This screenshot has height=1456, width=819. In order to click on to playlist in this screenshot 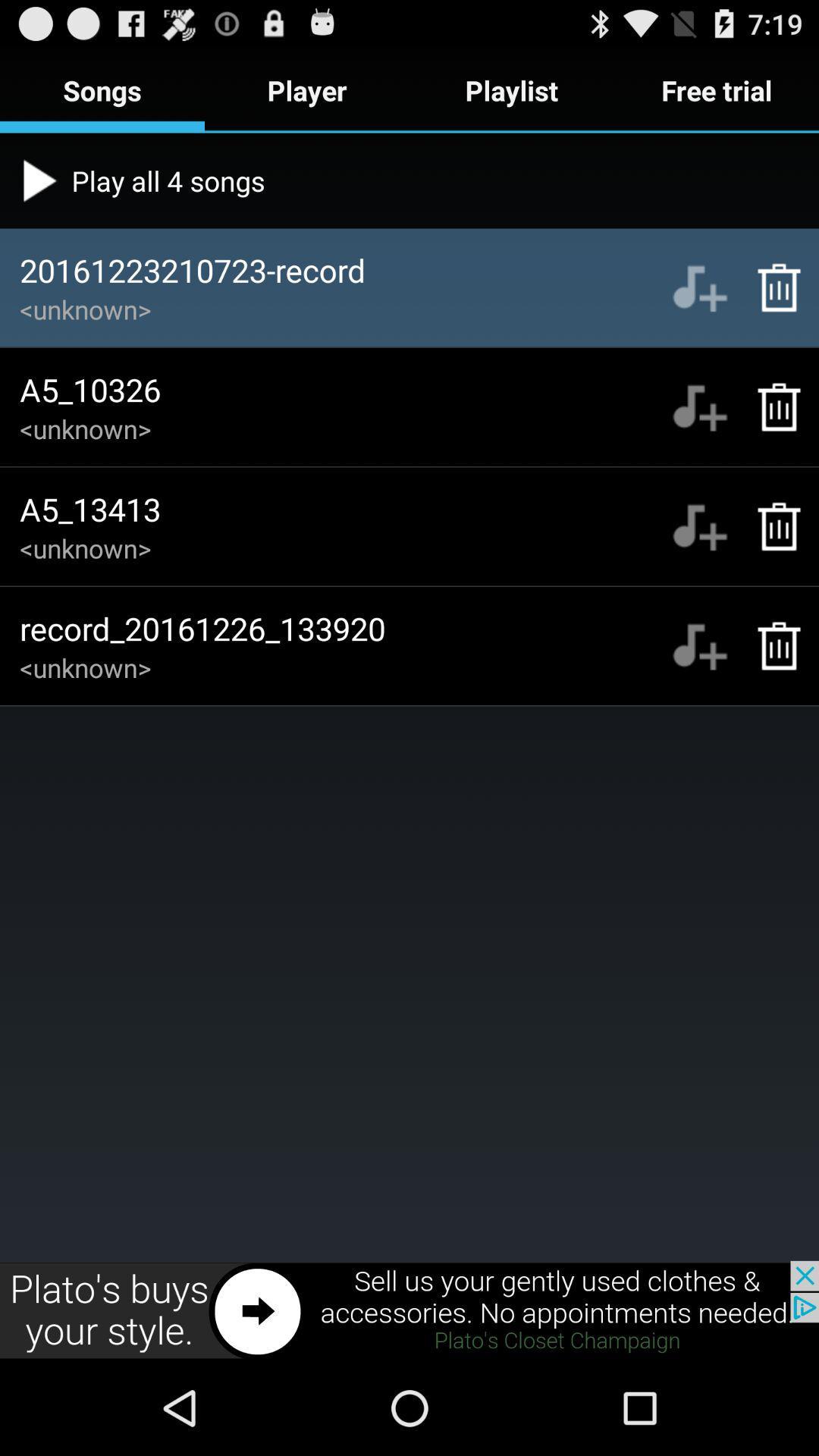, I will do `click(699, 526)`.